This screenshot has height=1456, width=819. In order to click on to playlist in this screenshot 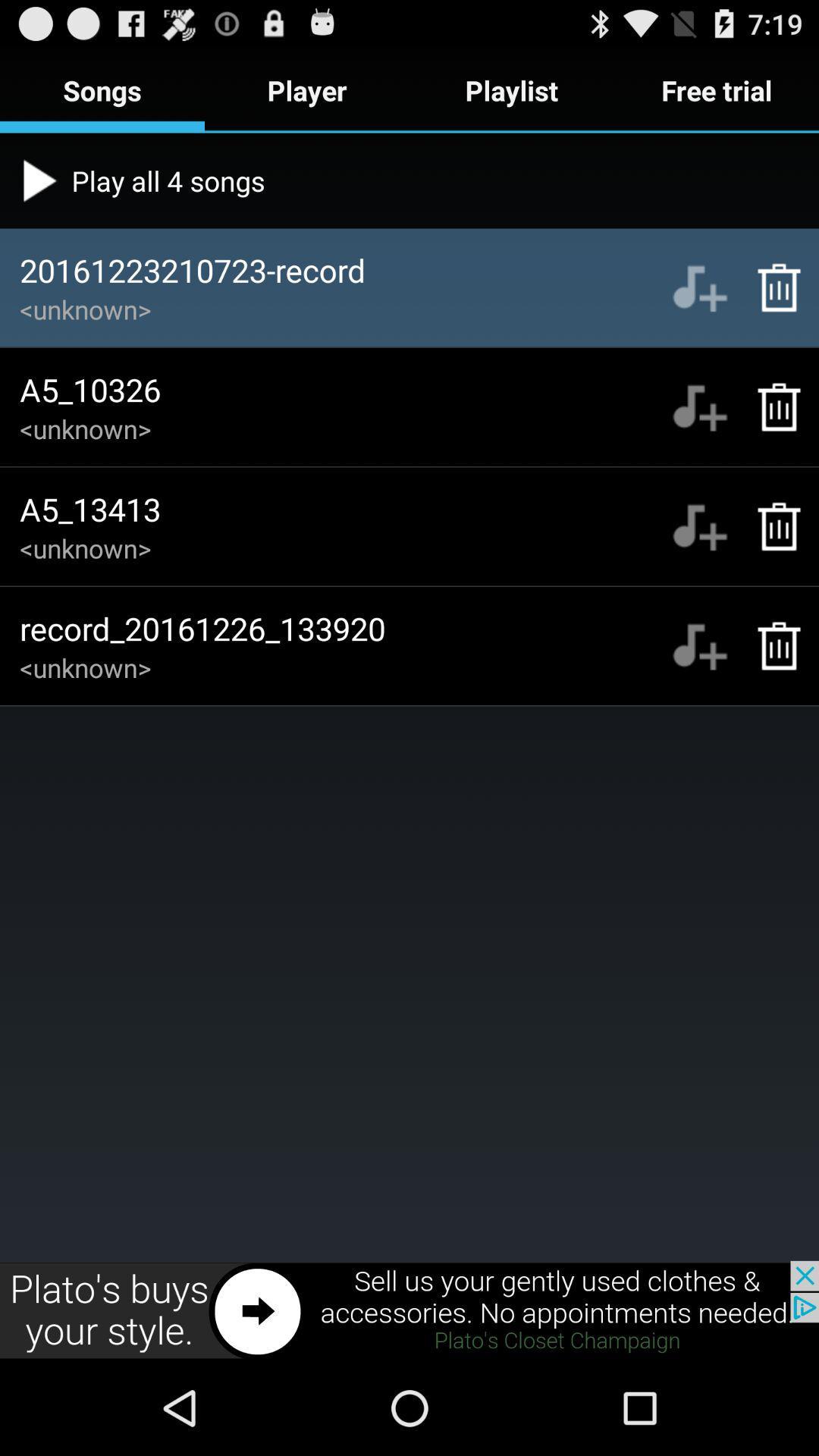, I will do `click(699, 526)`.